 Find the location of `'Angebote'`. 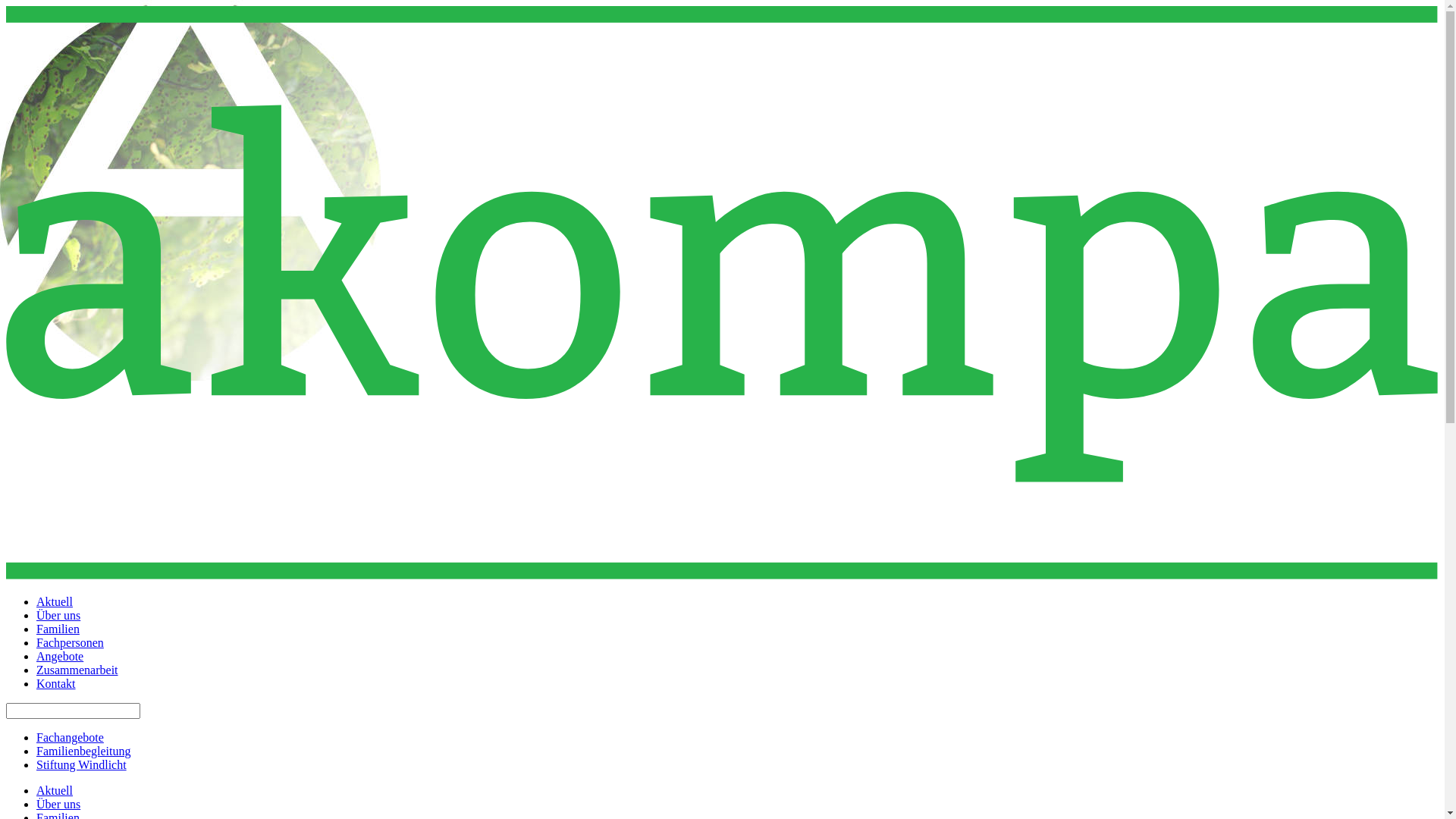

'Angebote' is located at coordinates (36, 655).